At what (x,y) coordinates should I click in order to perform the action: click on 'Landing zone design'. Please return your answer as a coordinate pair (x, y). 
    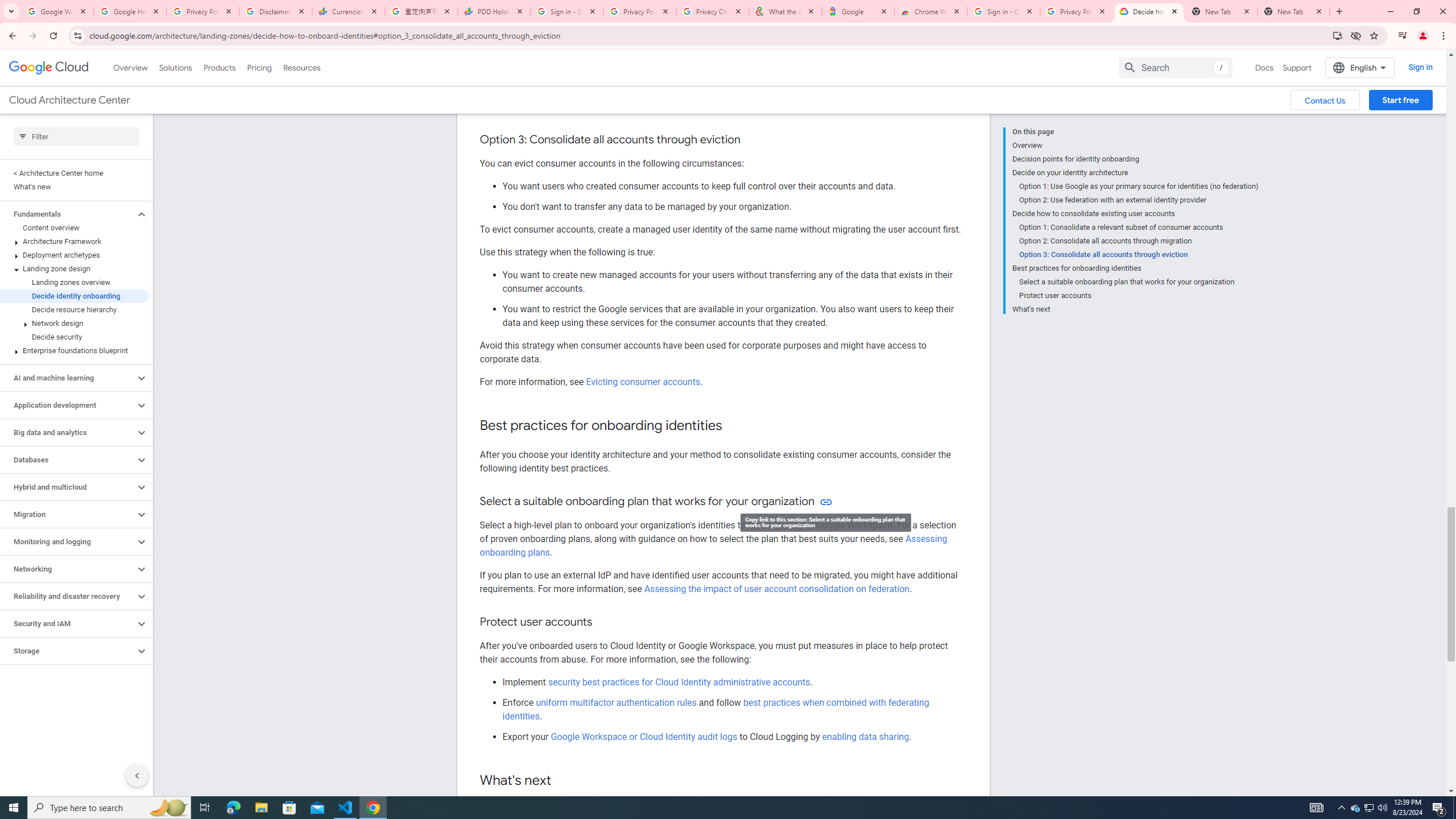
    Looking at the image, I should click on (74, 268).